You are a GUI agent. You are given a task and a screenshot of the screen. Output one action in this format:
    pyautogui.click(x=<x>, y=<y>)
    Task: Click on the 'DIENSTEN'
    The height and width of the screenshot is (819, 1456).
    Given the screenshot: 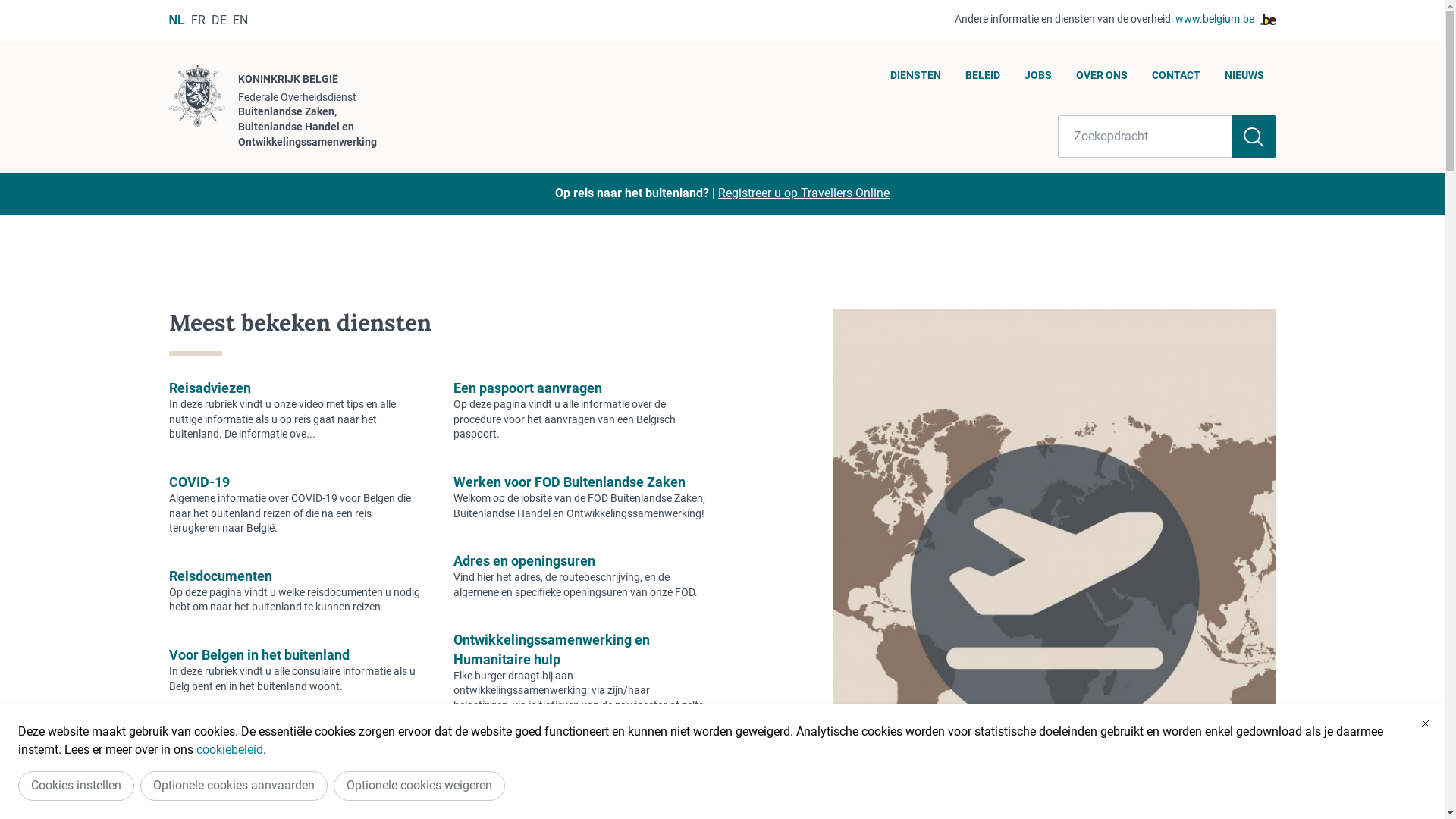 What is the action you would take?
    pyautogui.click(x=915, y=79)
    